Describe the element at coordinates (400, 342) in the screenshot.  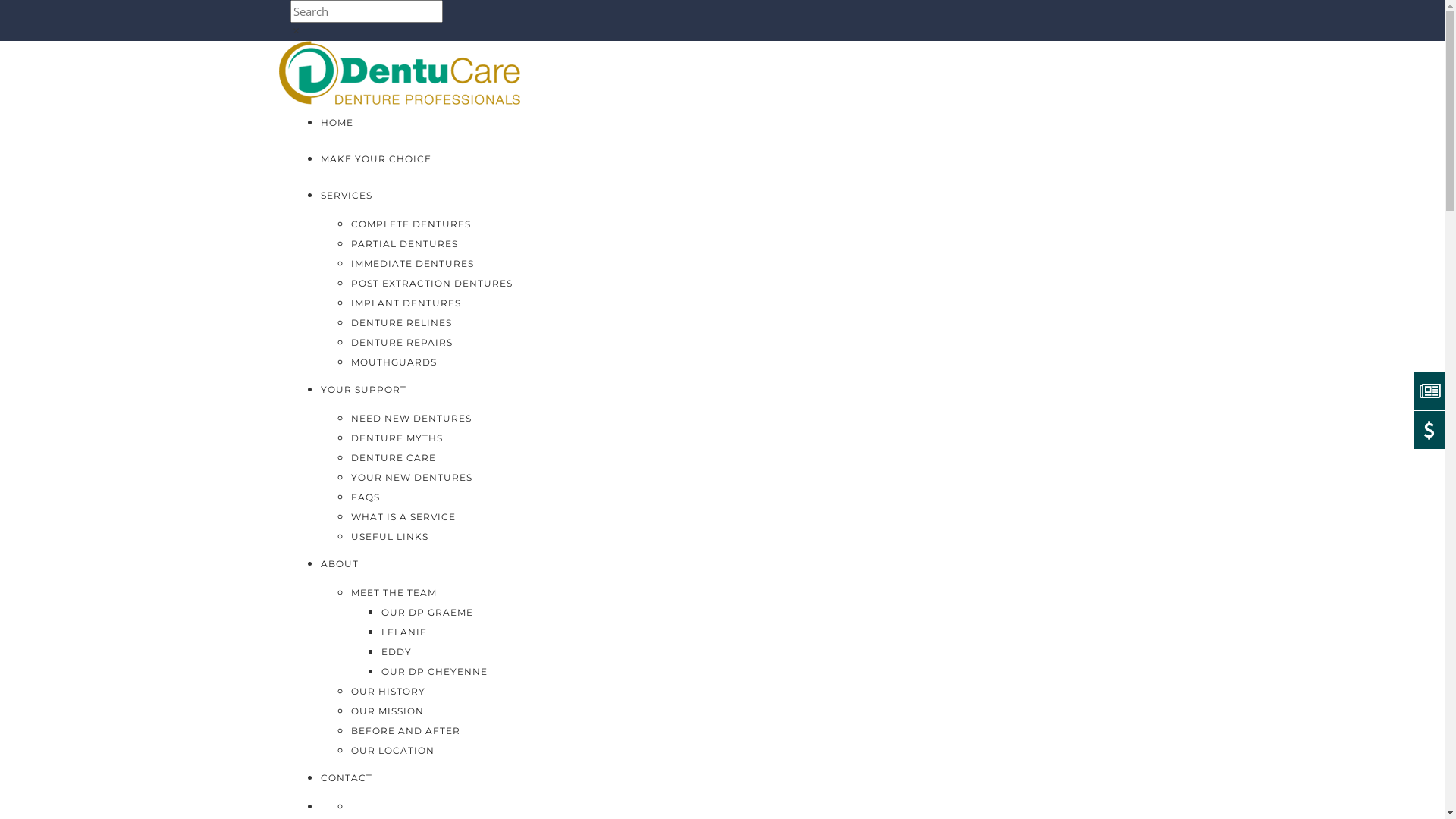
I see `'DENTURE REPAIRS'` at that location.